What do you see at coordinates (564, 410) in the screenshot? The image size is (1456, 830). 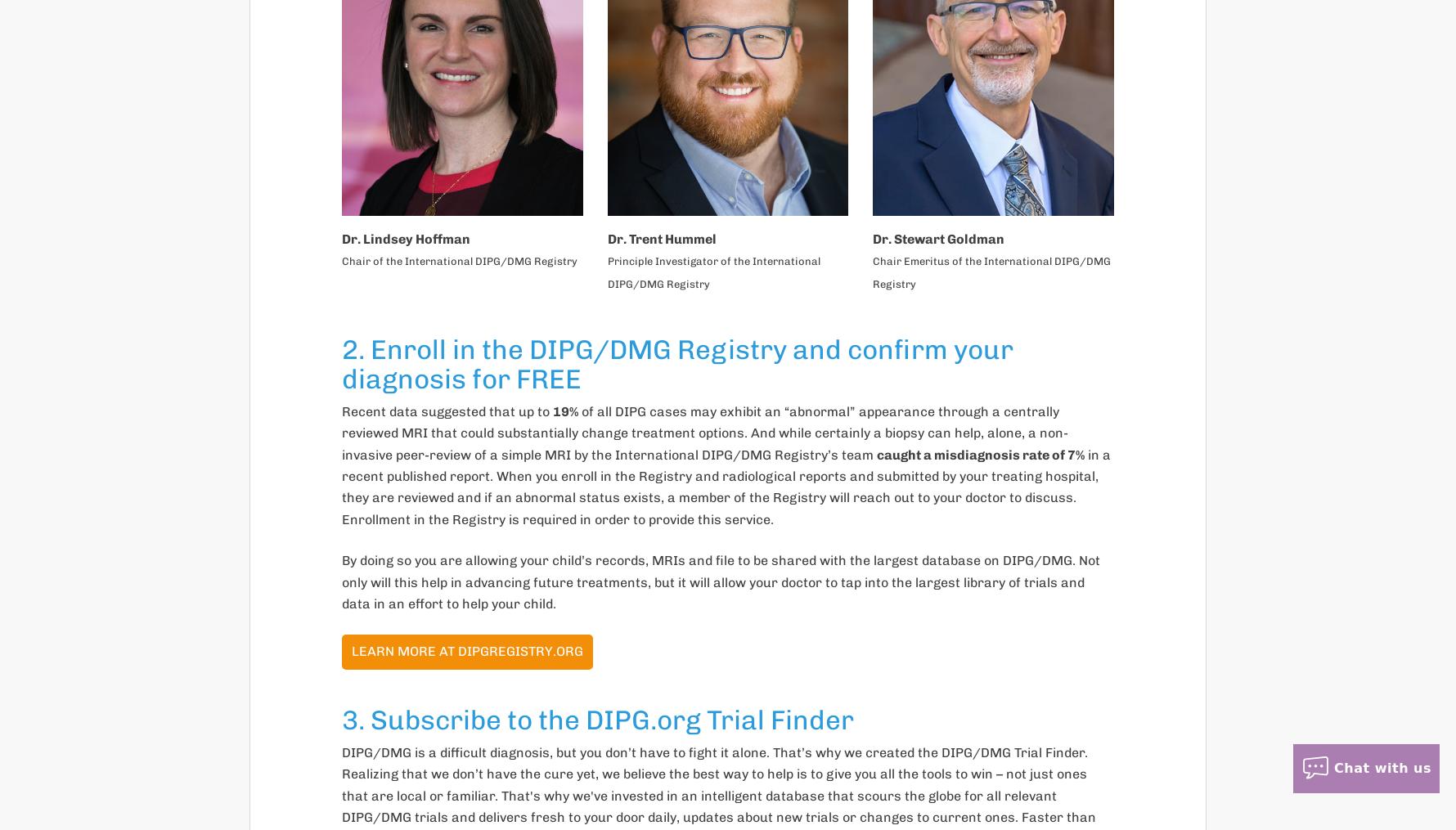 I see `'19%'` at bounding box center [564, 410].